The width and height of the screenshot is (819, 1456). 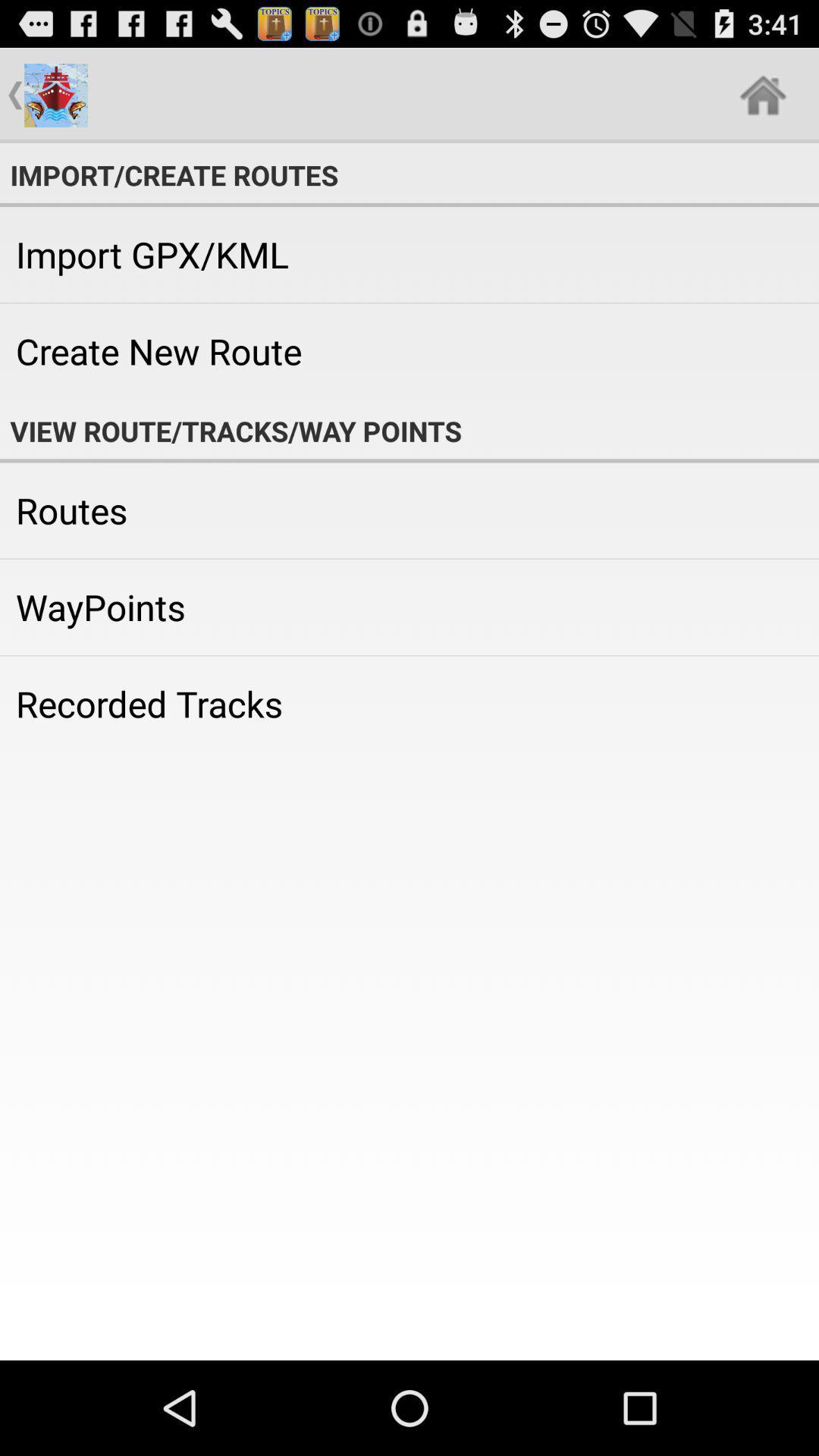 I want to click on create new route, so click(x=409, y=350).